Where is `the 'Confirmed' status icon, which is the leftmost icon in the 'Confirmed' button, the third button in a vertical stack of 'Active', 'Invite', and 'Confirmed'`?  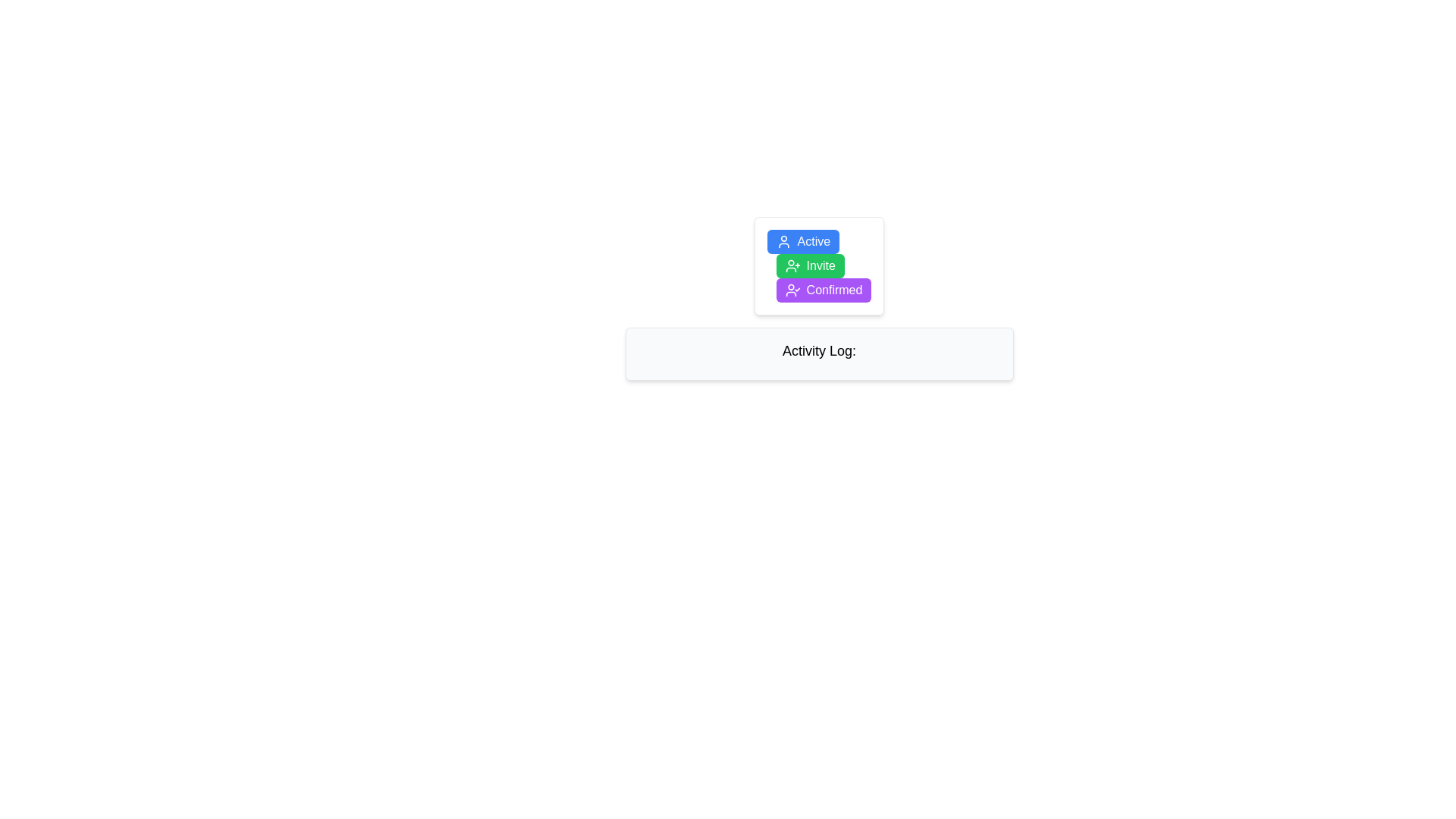 the 'Confirmed' status icon, which is the leftmost icon in the 'Confirmed' button, the third button in a vertical stack of 'Active', 'Invite', and 'Confirmed' is located at coordinates (792, 290).